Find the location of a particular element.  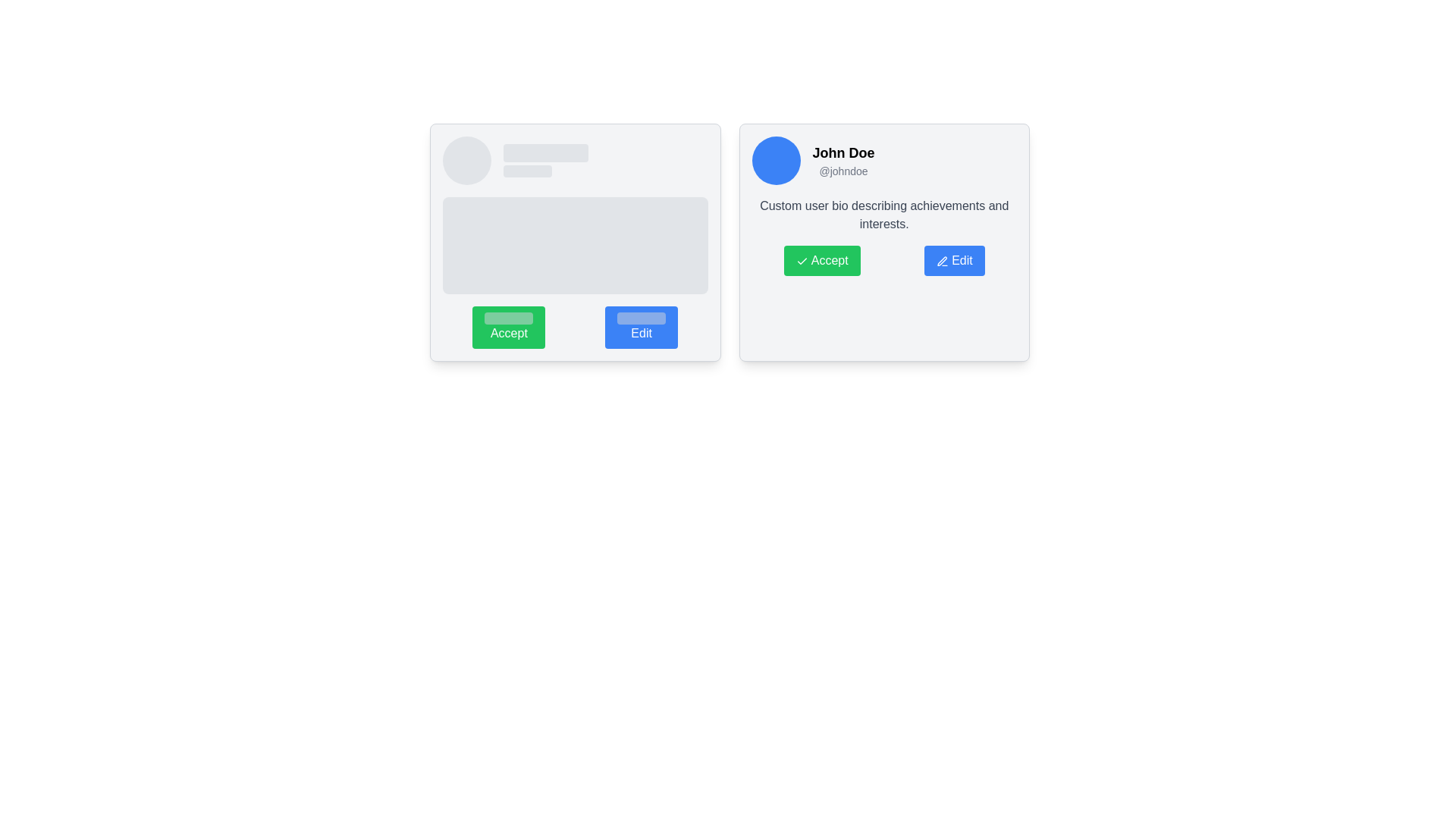

the avatar representing the user 'John Doe' located on the leftmost side of the component that includes the user's name and handle is located at coordinates (776, 161).